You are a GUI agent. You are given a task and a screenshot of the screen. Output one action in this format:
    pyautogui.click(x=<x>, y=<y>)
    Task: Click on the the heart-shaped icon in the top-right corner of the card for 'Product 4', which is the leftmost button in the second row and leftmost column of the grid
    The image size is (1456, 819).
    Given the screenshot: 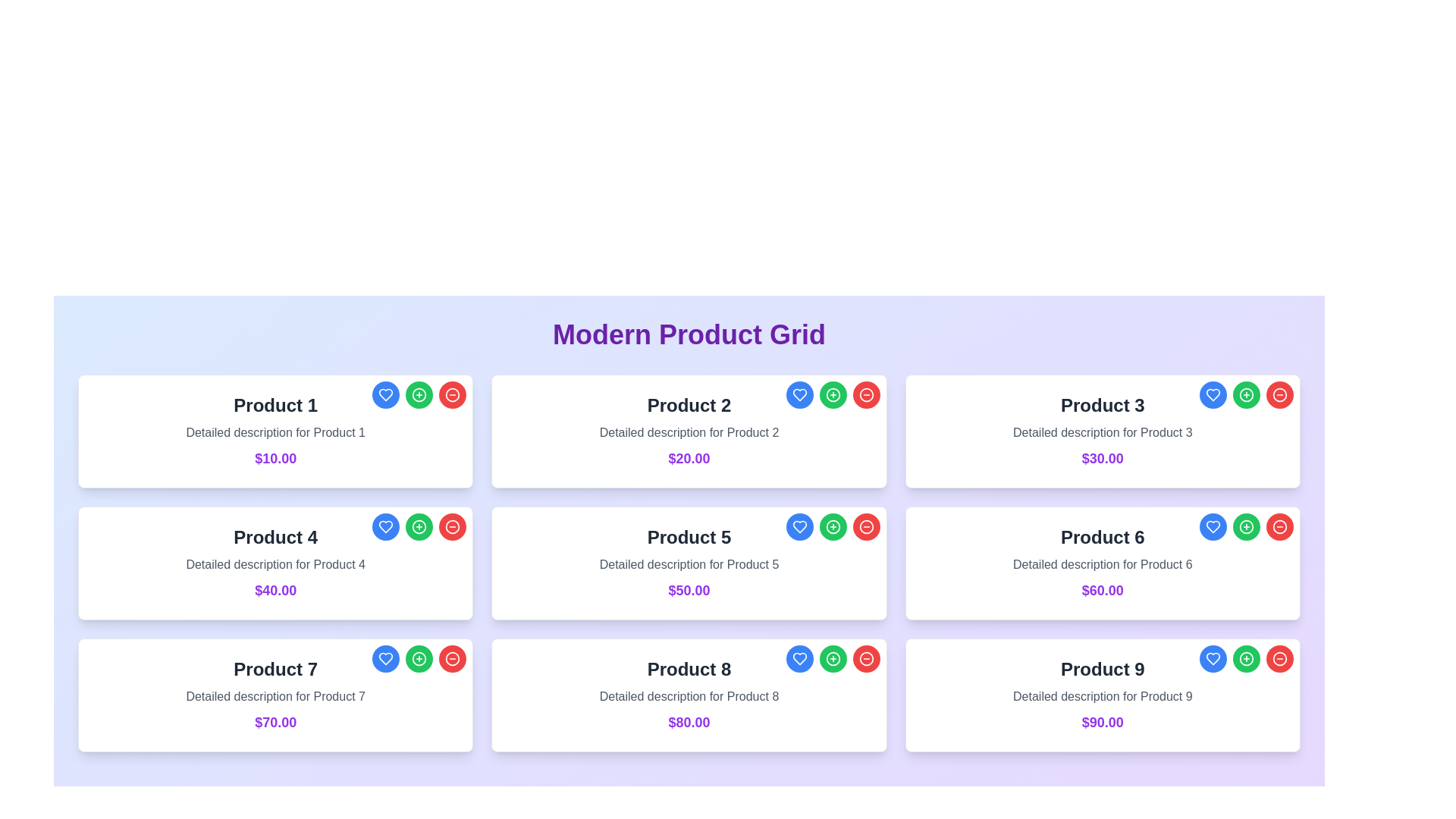 What is the action you would take?
    pyautogui.click(x=386, y=394)
    